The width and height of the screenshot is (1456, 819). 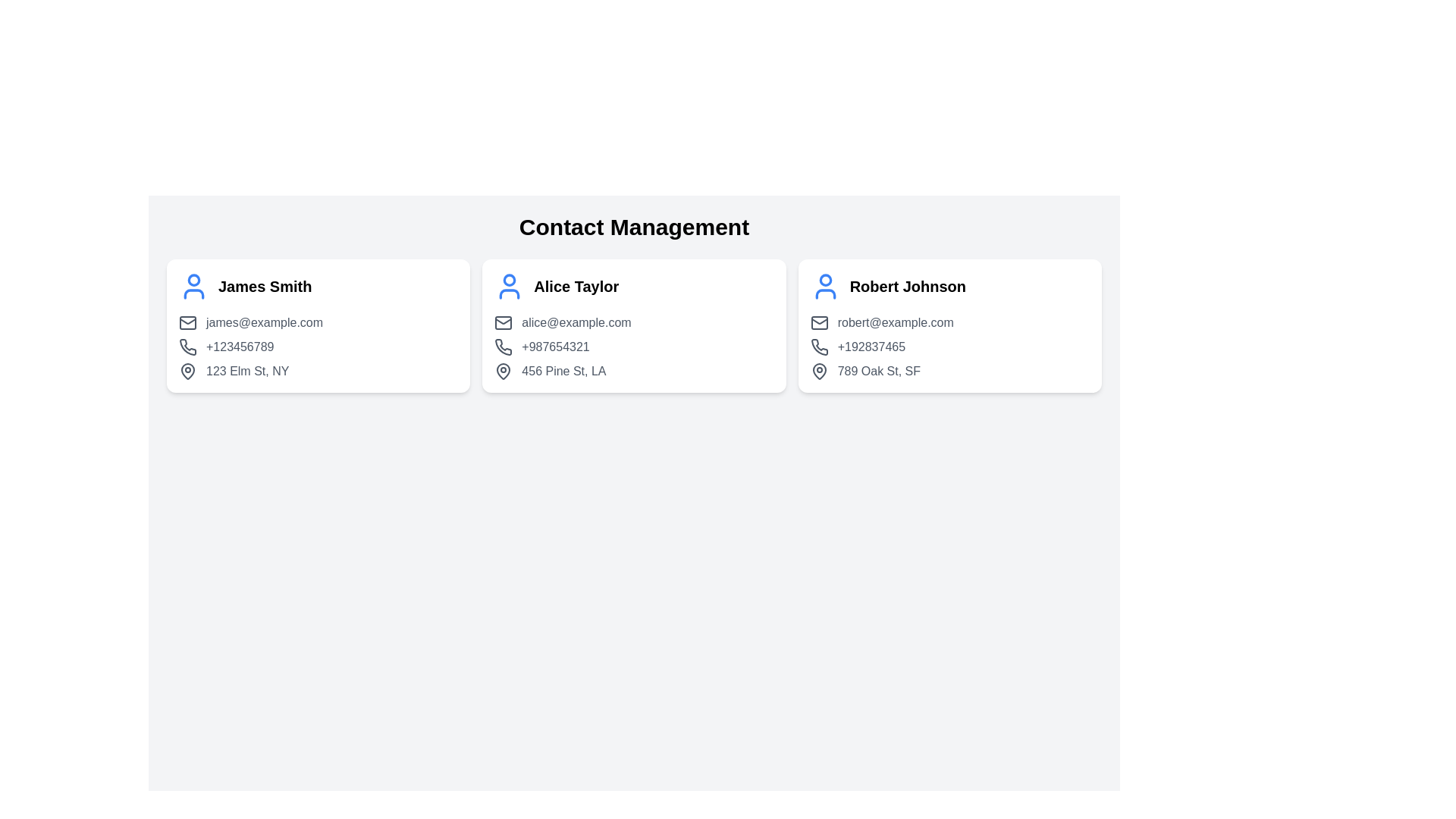 I want to click on the minimalistic black outline envelope icon associated with 'alice@example.com' as a visual reference, so click(x=504, y=322).